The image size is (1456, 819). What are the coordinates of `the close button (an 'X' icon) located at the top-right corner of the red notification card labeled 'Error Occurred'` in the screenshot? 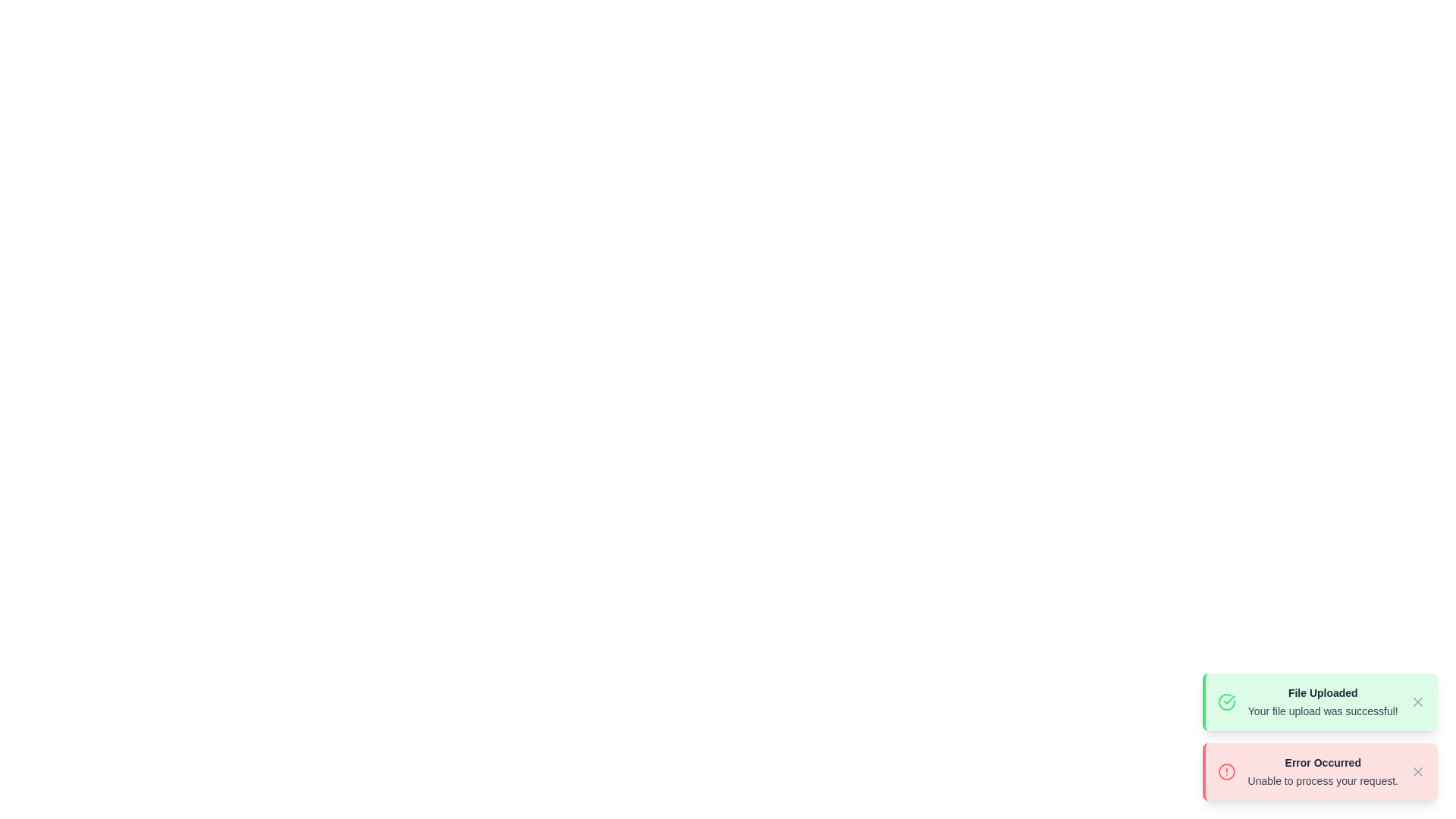 It's located at (1417, 772).